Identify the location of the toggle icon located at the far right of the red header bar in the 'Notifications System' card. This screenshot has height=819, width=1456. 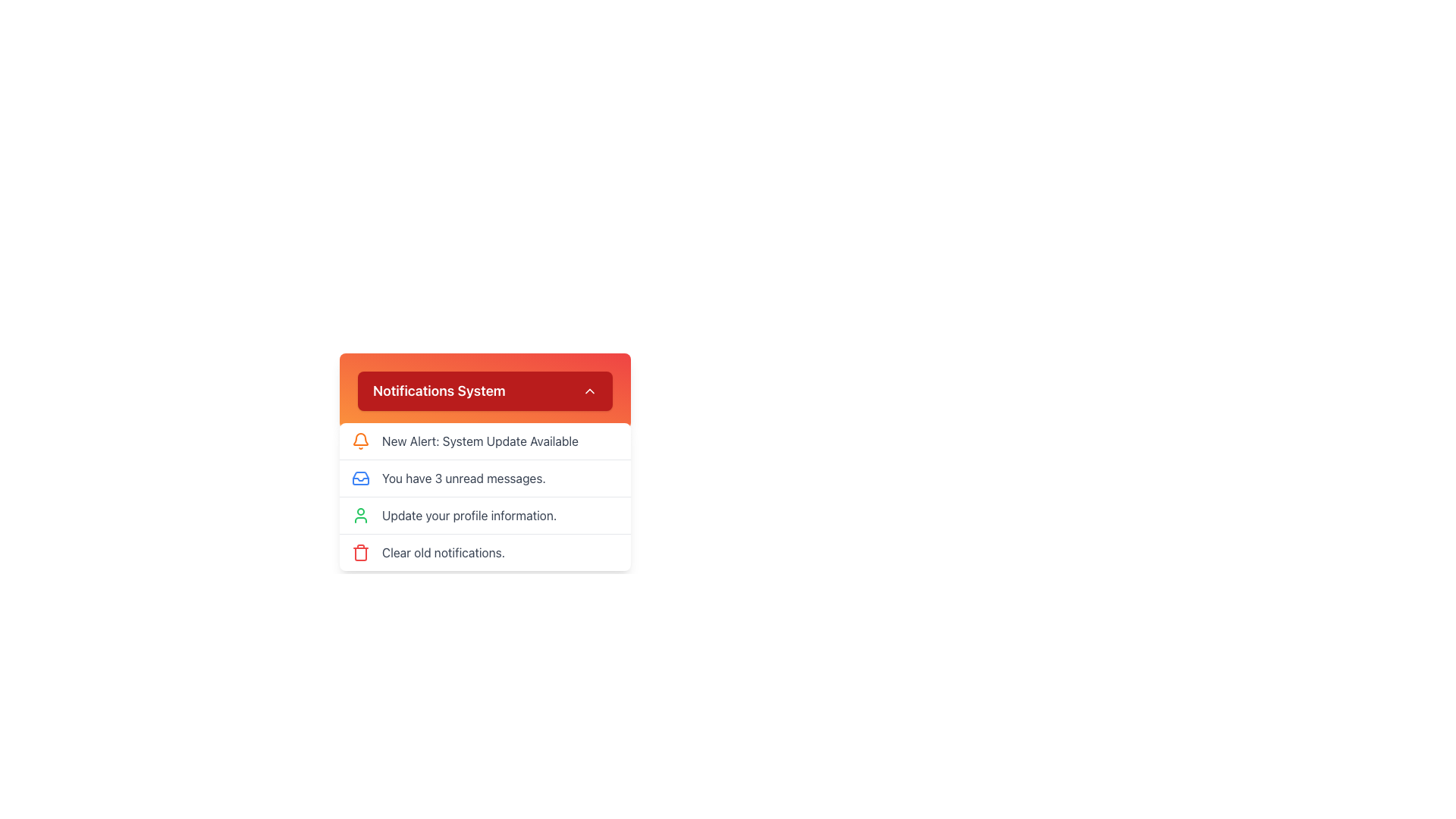
(588, 391).